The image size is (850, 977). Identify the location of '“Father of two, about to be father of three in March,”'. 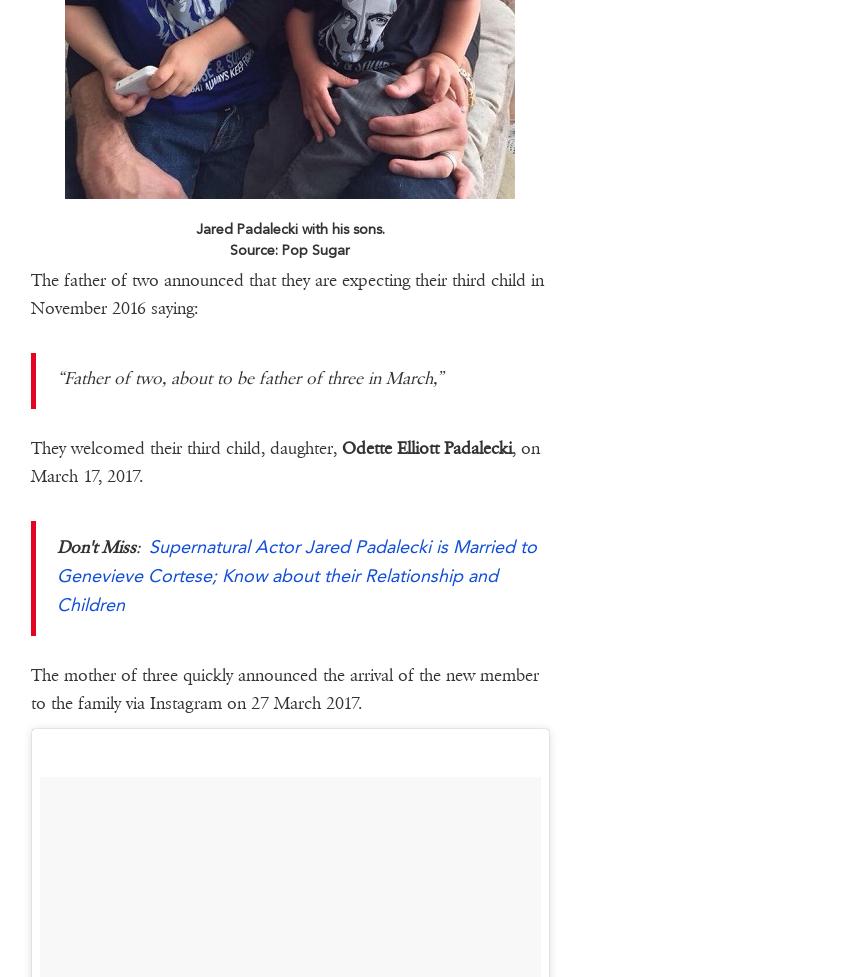
(253, 377).